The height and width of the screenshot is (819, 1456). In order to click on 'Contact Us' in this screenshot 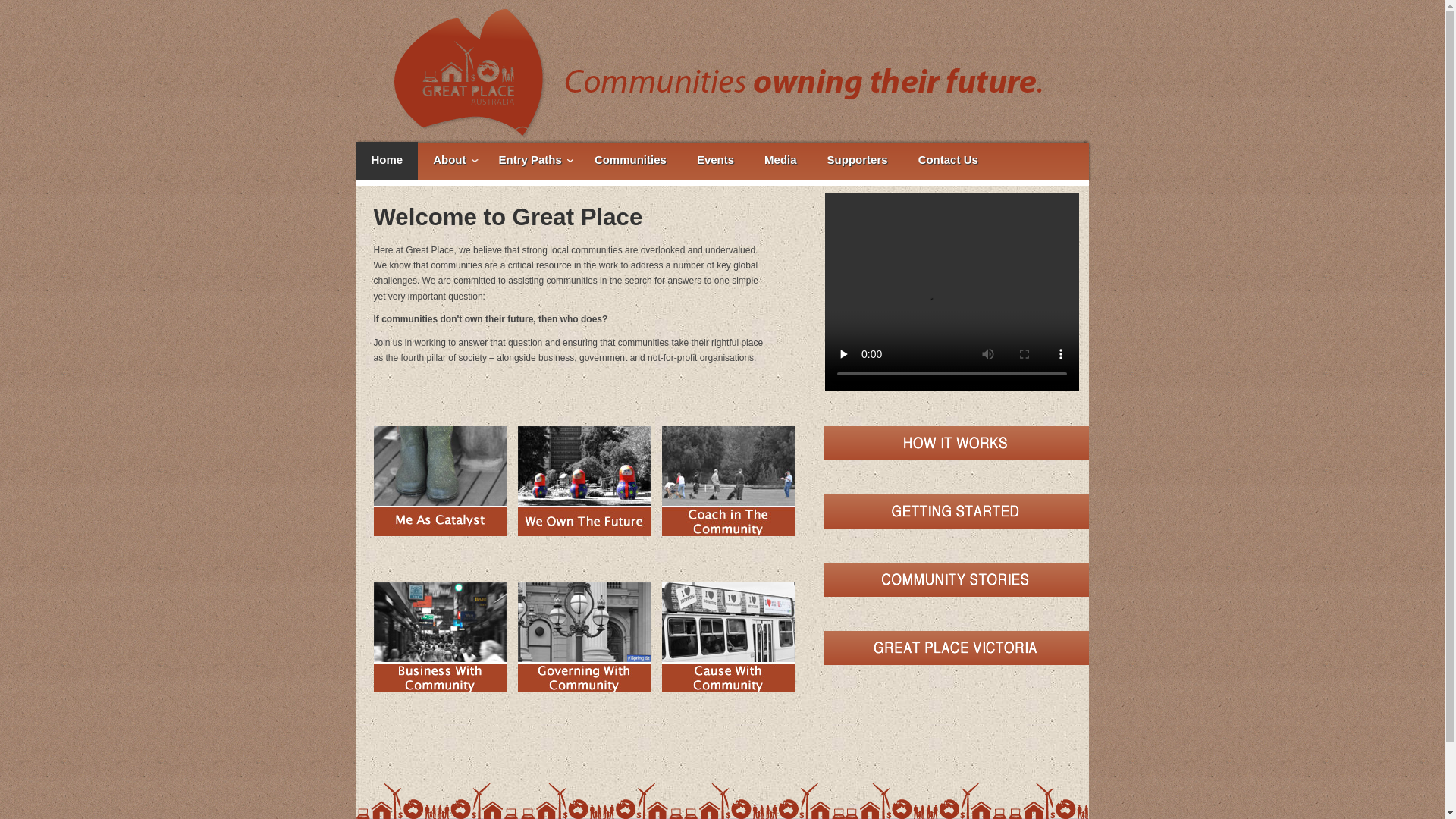, I will do `click(947, 161)`.